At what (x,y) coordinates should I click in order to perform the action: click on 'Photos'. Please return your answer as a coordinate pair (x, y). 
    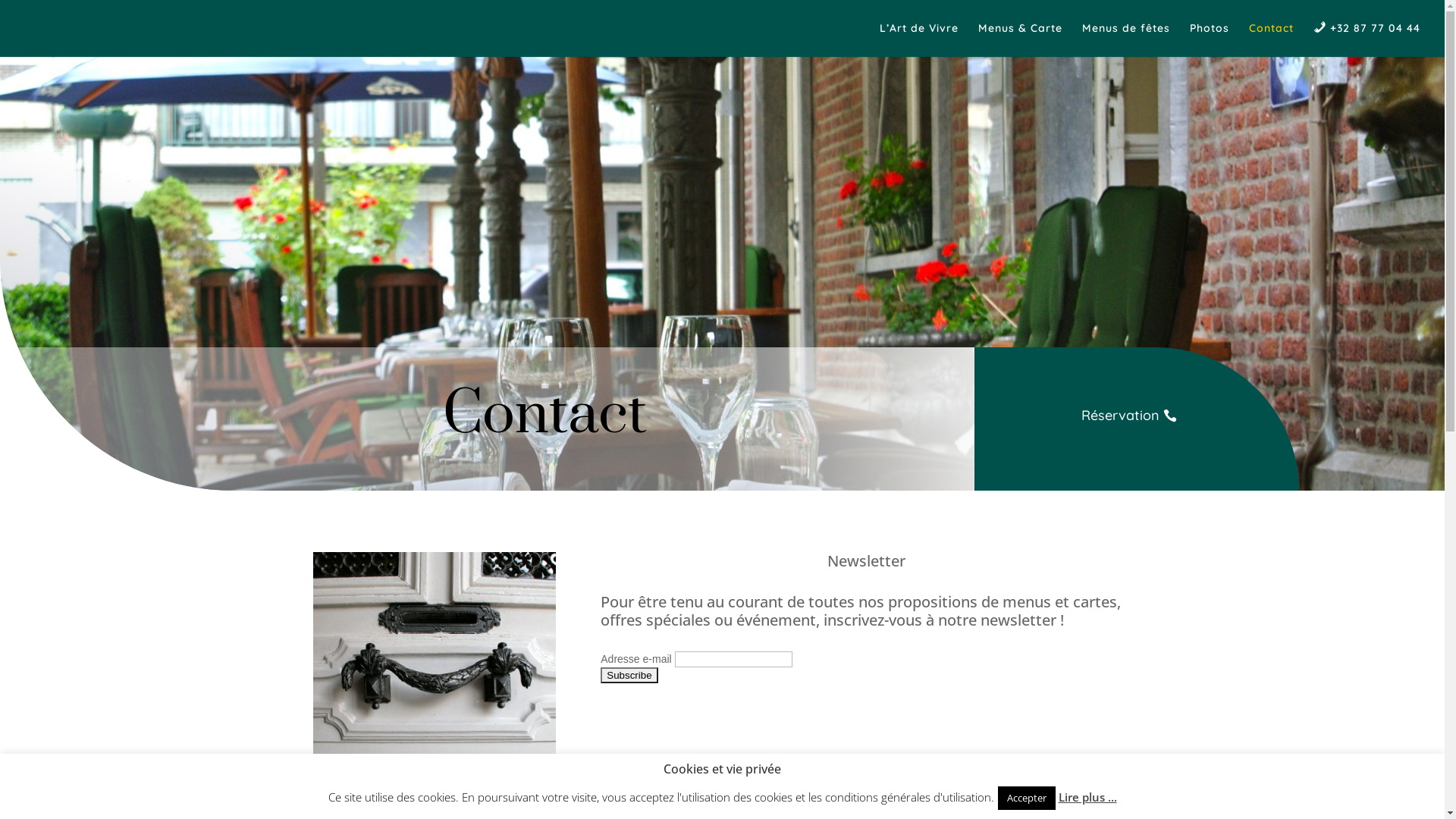
    Looking at the image, I should click on (1208, 38).